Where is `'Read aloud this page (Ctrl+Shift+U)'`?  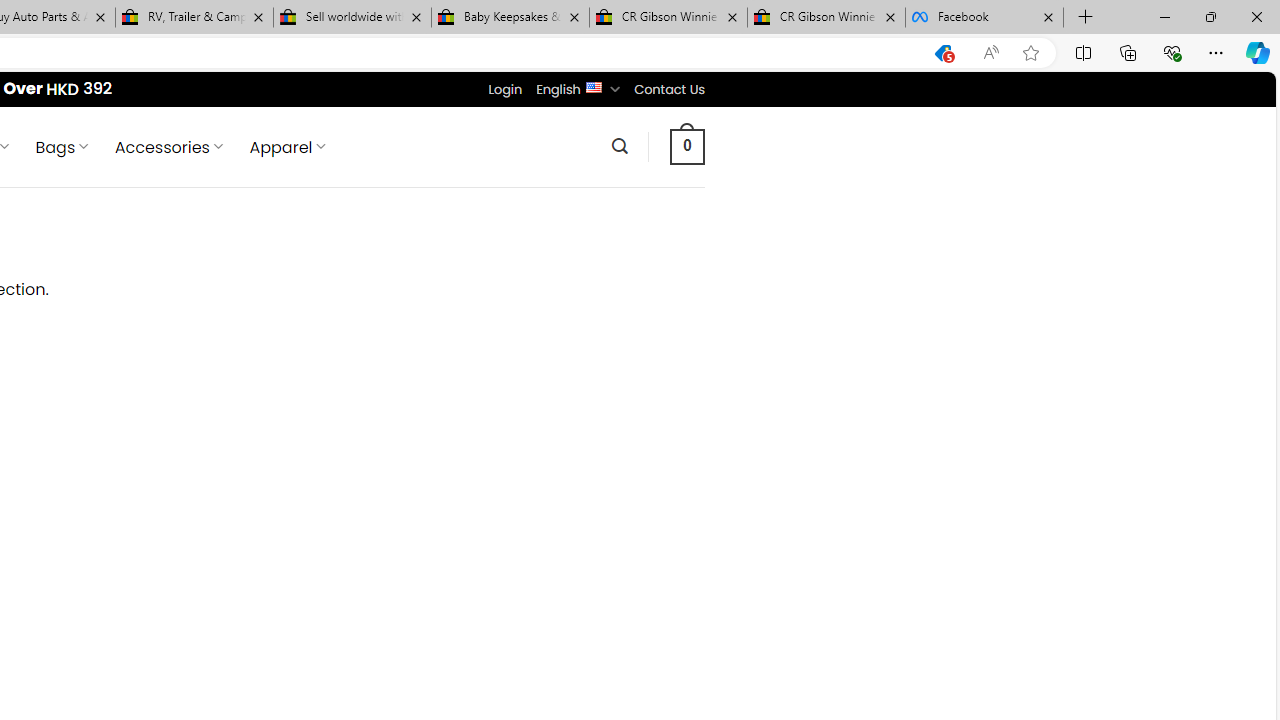 'Read aloud this page (Ctrl+Shift+U)' is located at coordinates (991, 52).